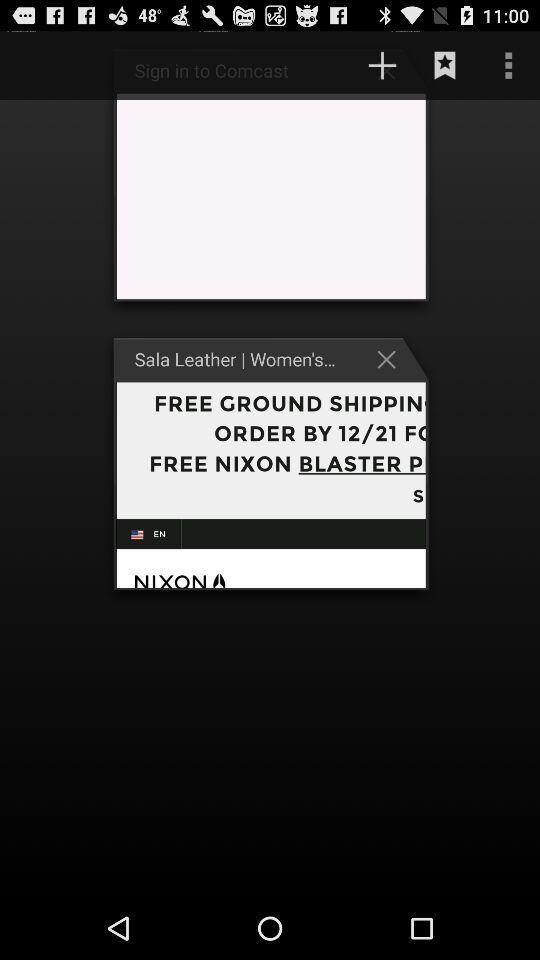 This screenshot has height=960, width=540. Describe the element at coordinates (508, 70) in the screenshot. I see `the more icon` at that location.